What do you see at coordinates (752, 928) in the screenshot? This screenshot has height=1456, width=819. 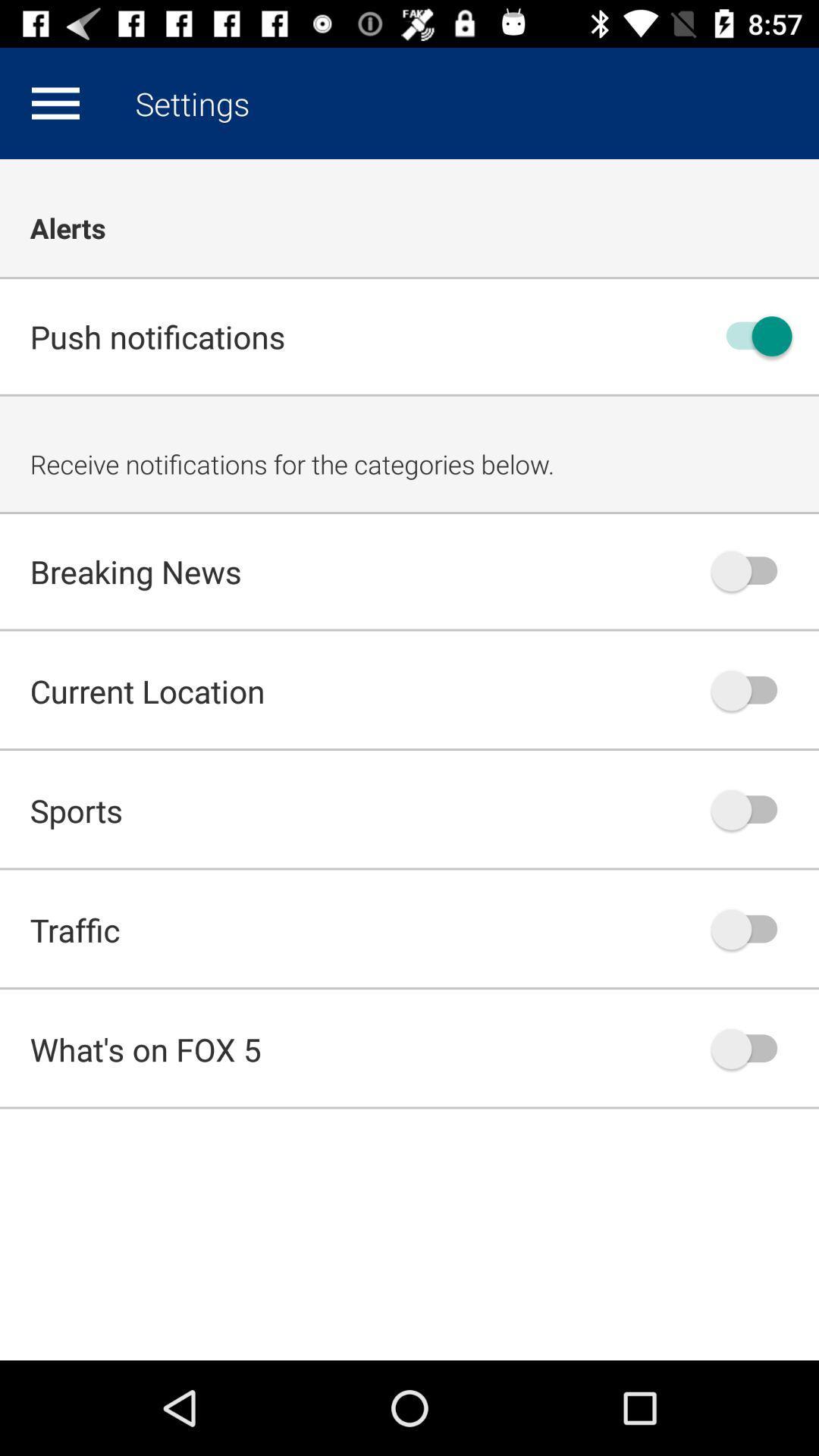 I see `set traffic on` at bounding box center [752, 928].